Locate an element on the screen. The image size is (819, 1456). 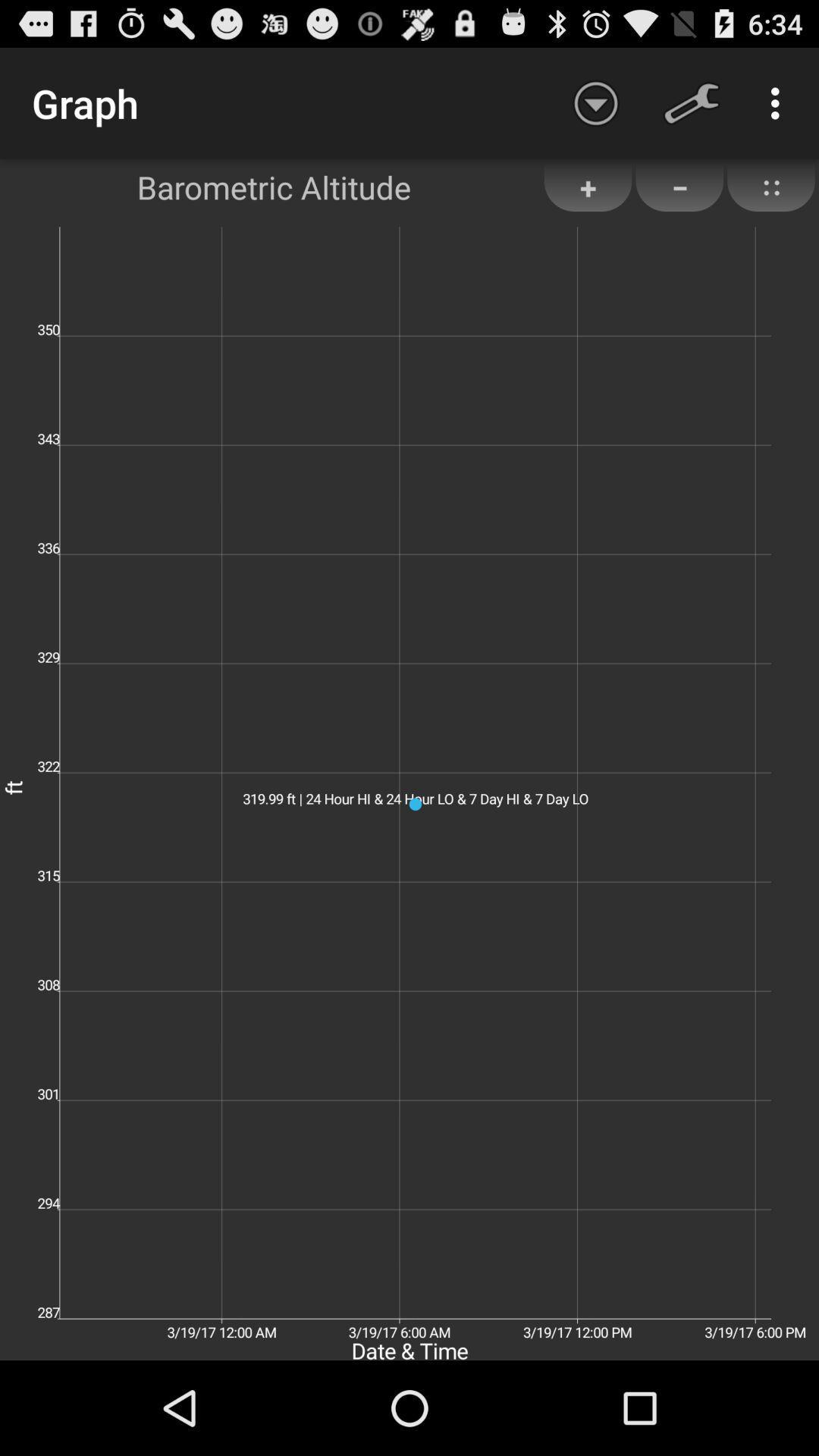
the icon to the right of barometric altitude item is located at coordinates (595, 102).